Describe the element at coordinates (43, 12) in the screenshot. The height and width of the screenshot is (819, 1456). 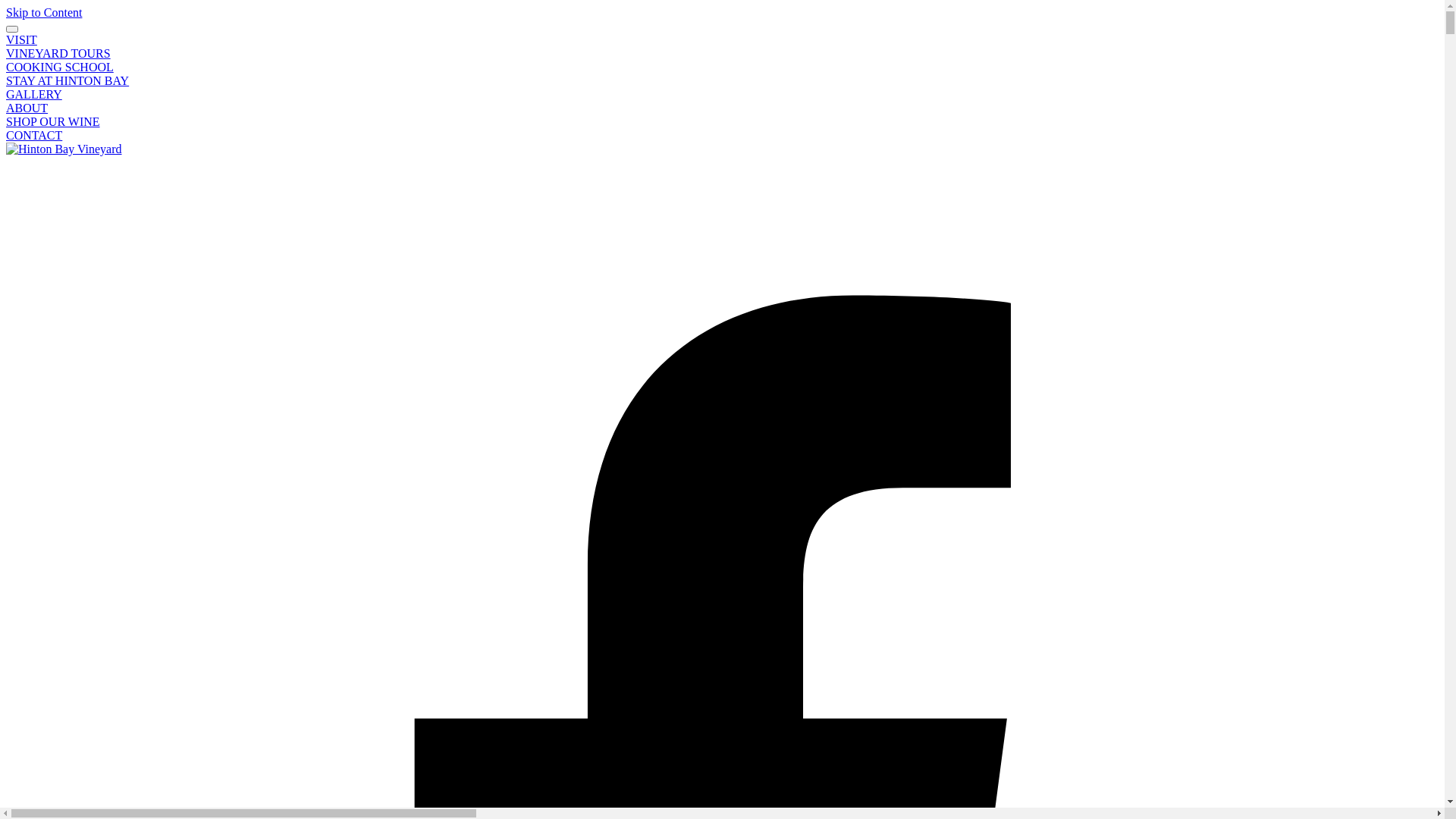
I see `'Skip to Content'` at that location.